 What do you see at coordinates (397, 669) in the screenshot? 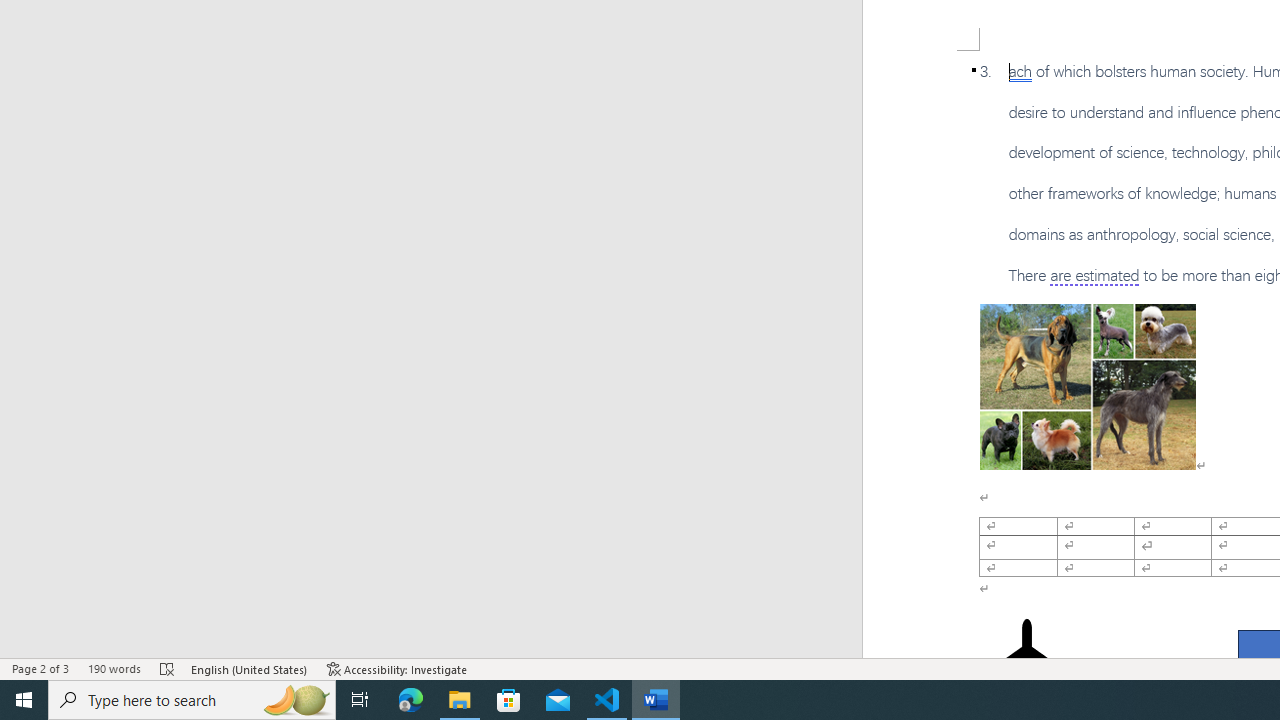
I see `'Accessibility Checker Accessibility: Investigate'` at bounding box center [397, 669].